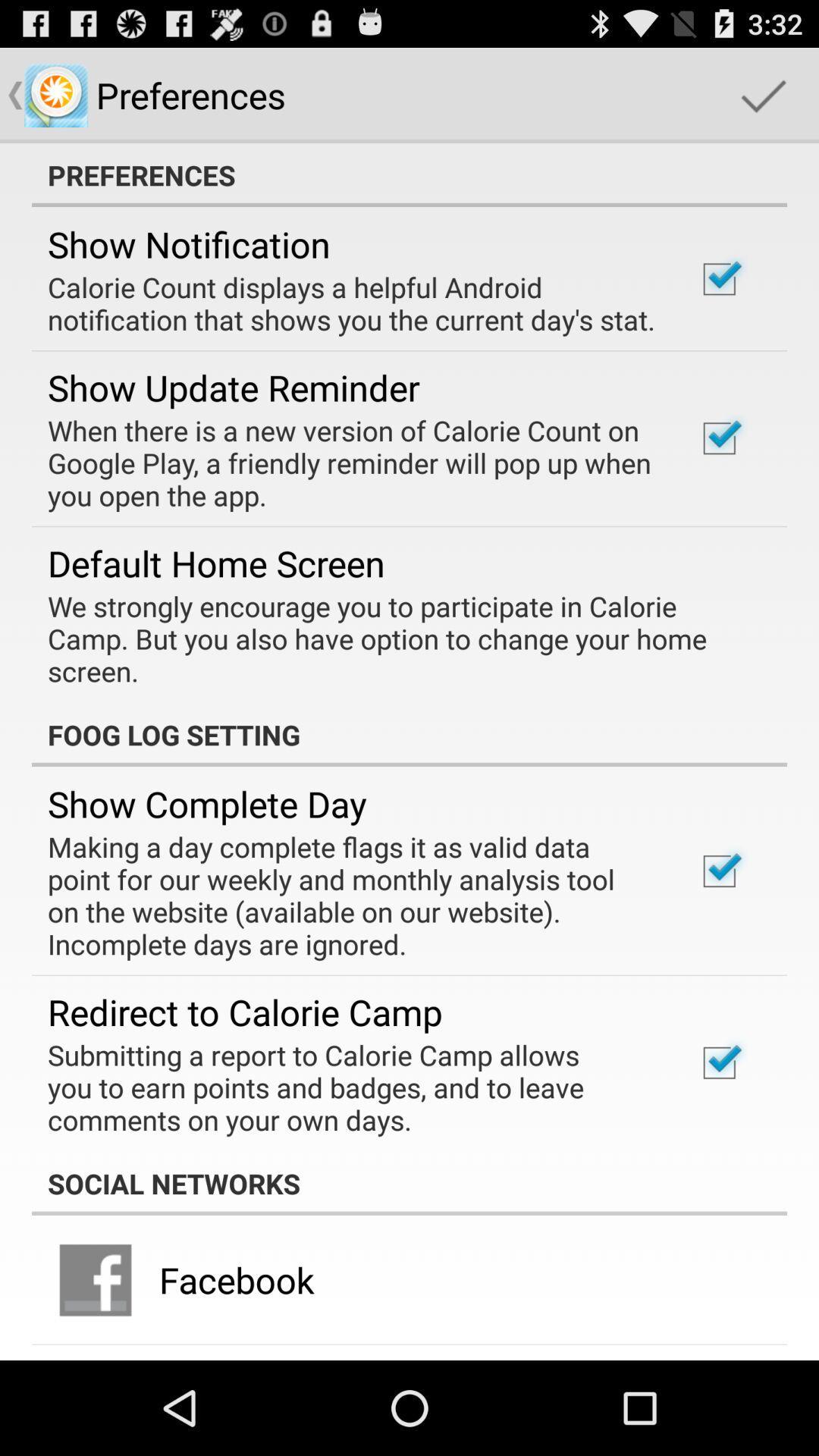 Image resolution: width=819 pixels, height=1456 pixels. I want to click on social networks icon, so click(409, 1182).